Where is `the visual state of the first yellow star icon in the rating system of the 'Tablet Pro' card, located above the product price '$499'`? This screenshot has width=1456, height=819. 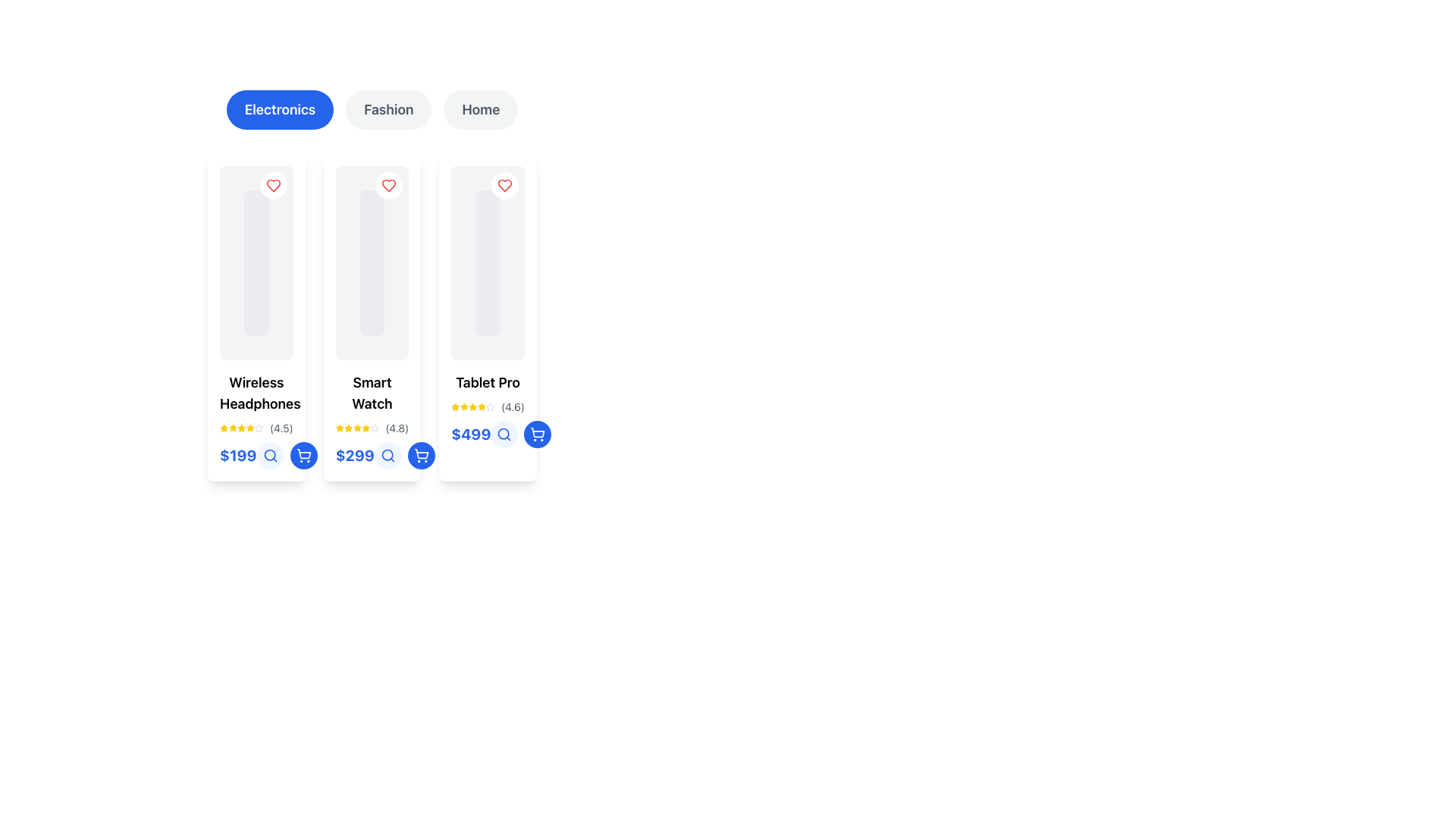 the visual state of the first yellow star icon in the rating system of the 'Tablet Pro' card, located above the product price '$499' is located at coordinates (455, 406).